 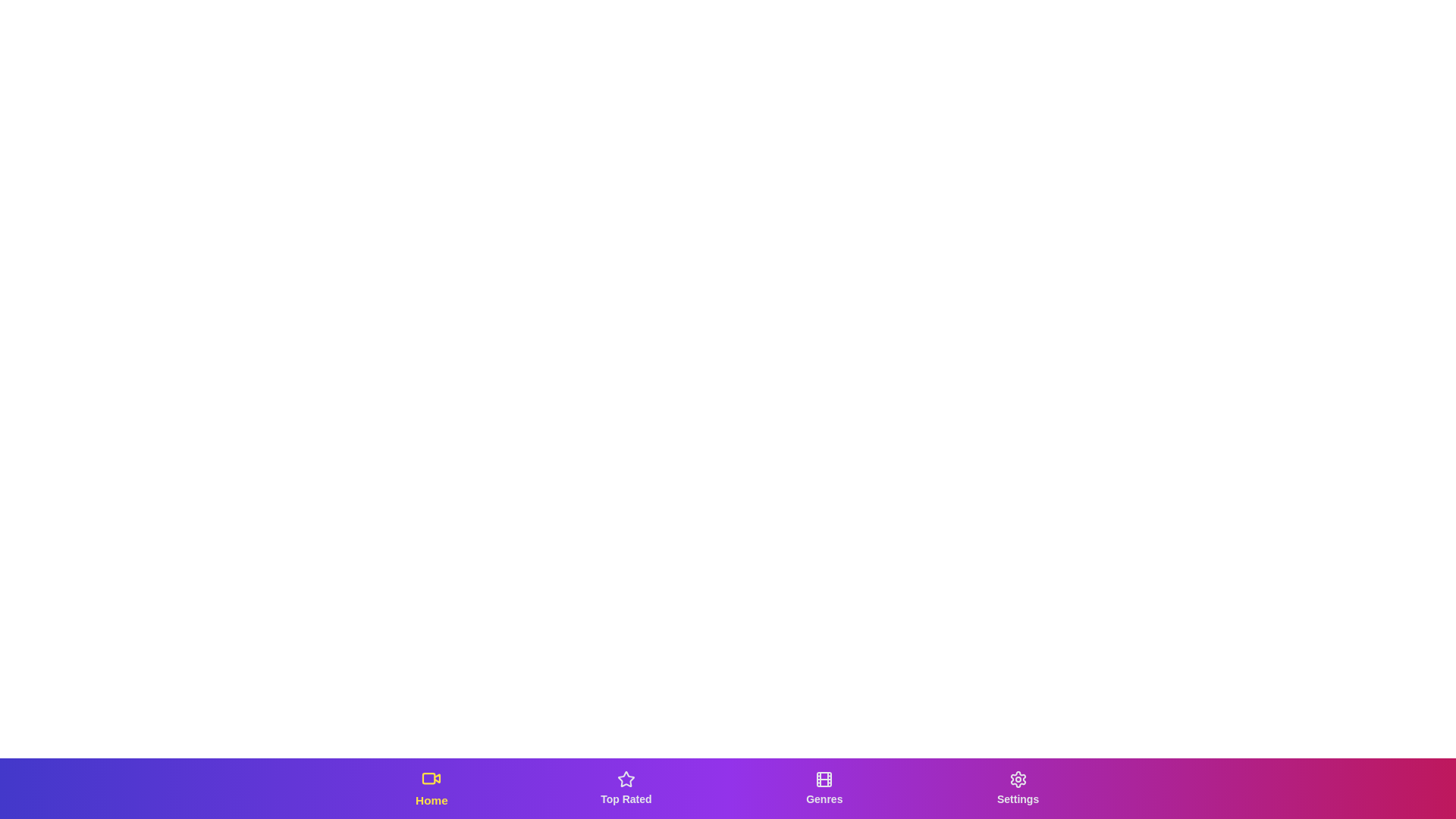 What do you see at coordinates (431, 788) in the screenshot?
I see `the Home tab to preview its effect` at bounding box center [431, 788].